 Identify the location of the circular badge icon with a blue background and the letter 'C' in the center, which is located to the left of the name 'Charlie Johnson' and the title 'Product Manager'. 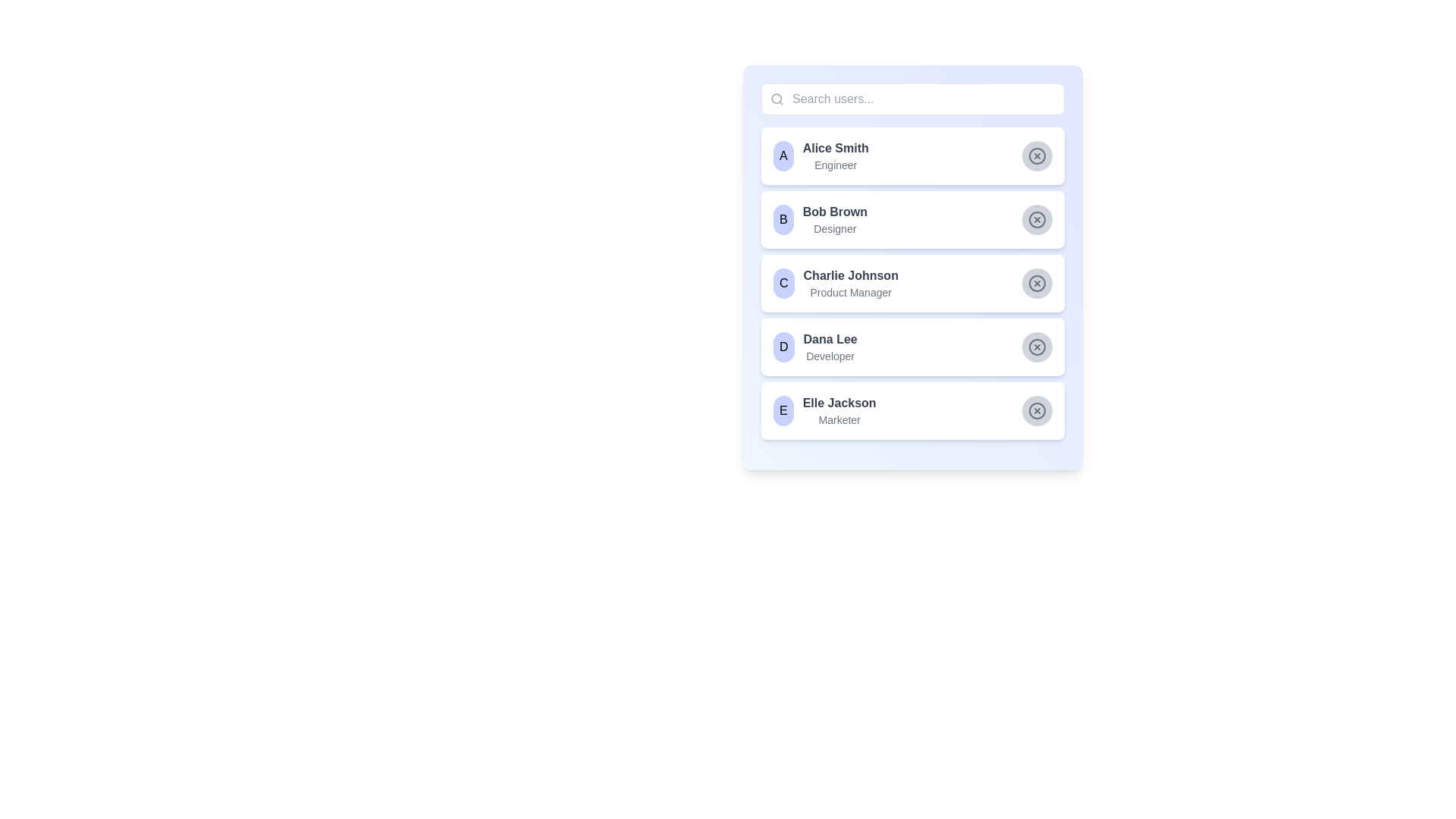
(783, 284).